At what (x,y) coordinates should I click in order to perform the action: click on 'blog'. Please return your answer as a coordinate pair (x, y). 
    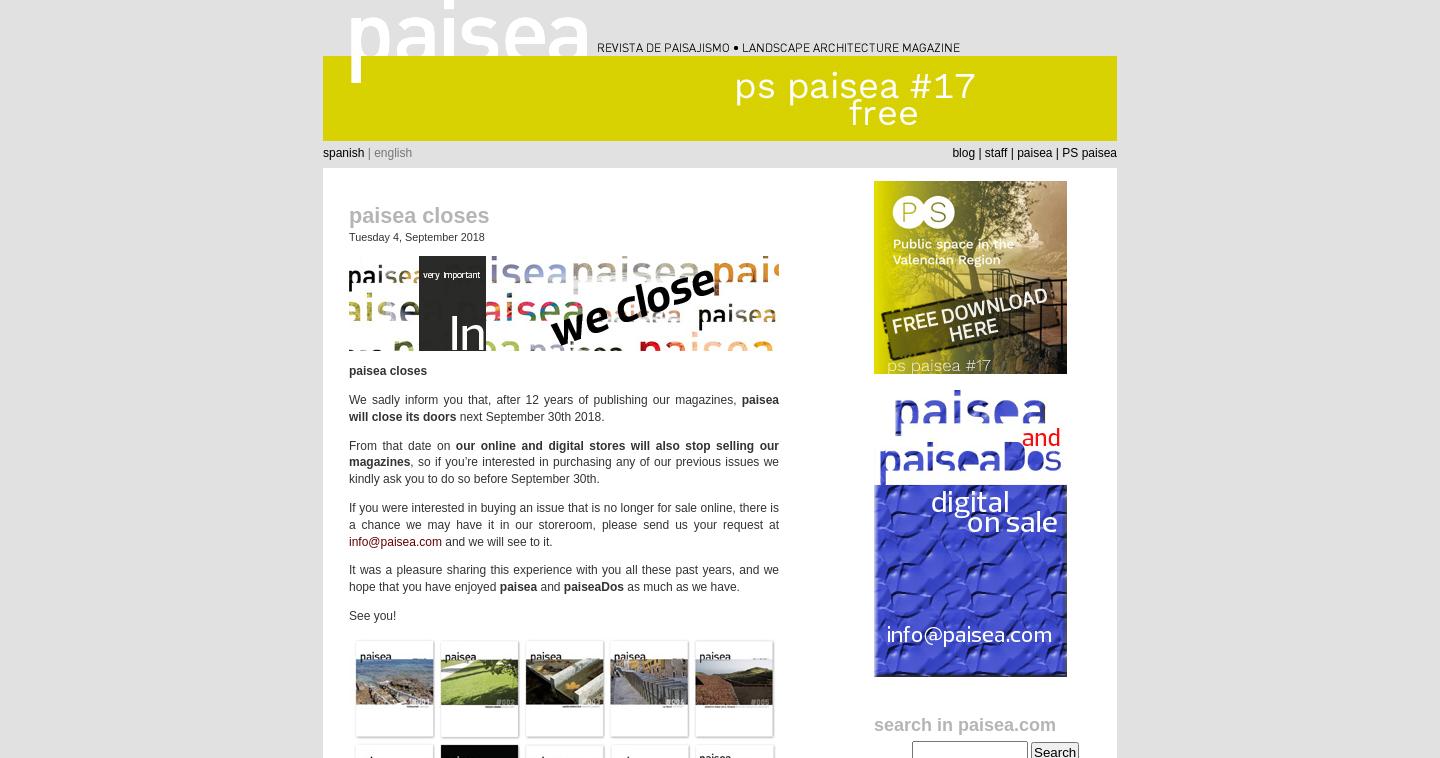
    Looking at the image, I should click on (951, 151).